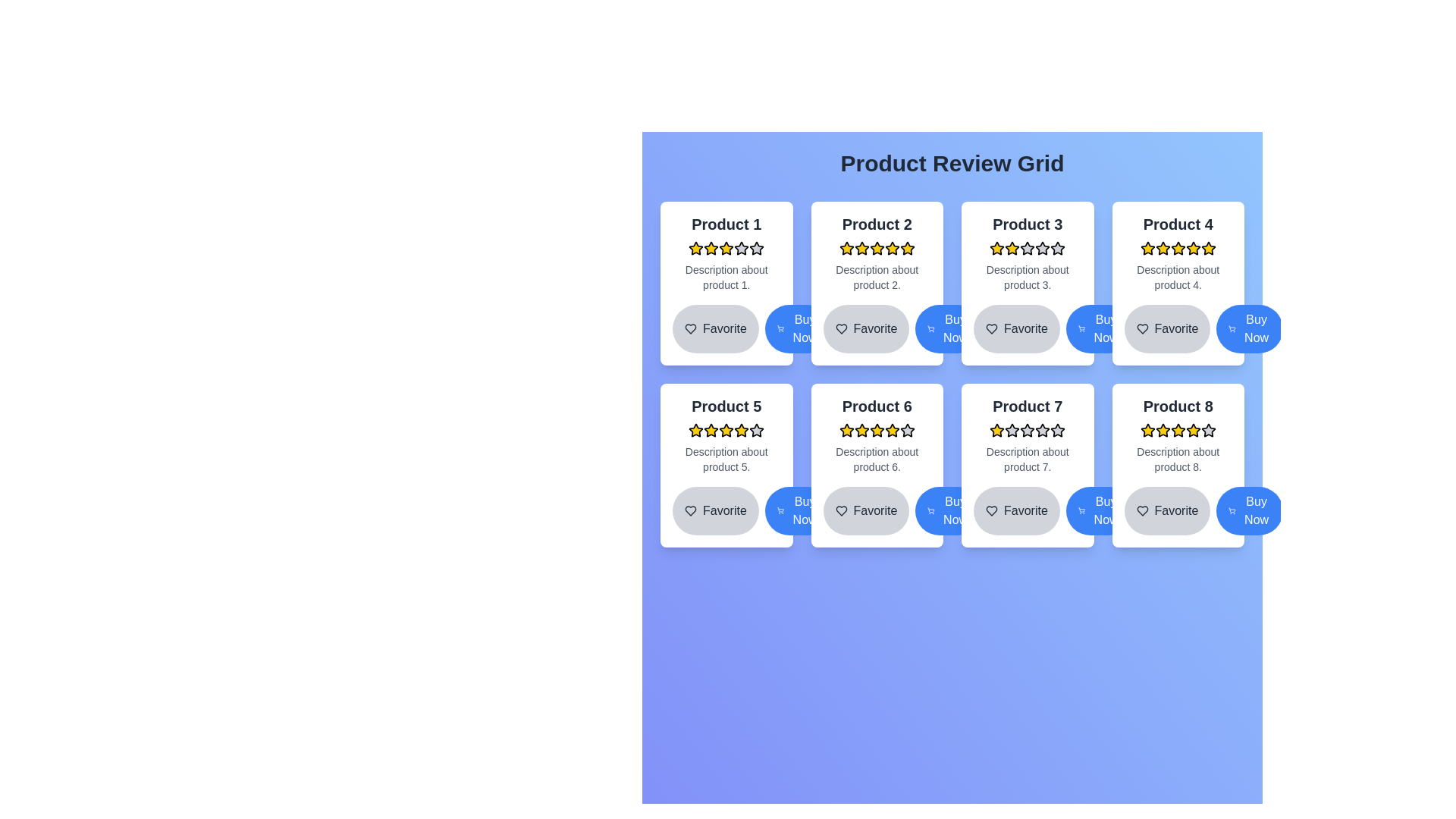 The image size is (1456, 819). I want to click on the SVG shopping cart icon with a blue background located to the left of the 'Buy Now' label for 'Product 5', so click(780, 511).